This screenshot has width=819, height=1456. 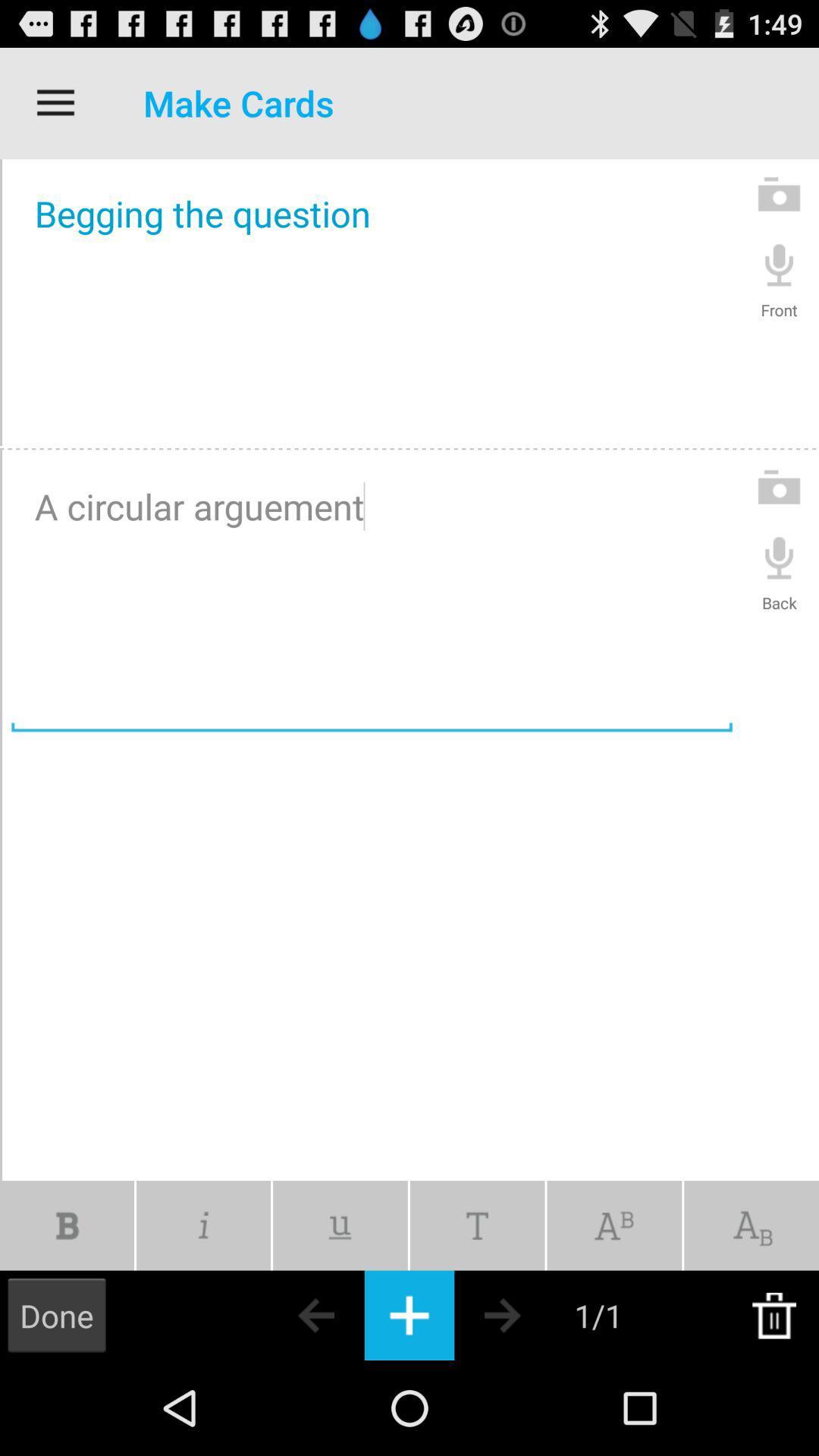 What do you see at coordinates (779, 264) in the screenshot?
I see `use microphone` at bounding box center [779, 264].